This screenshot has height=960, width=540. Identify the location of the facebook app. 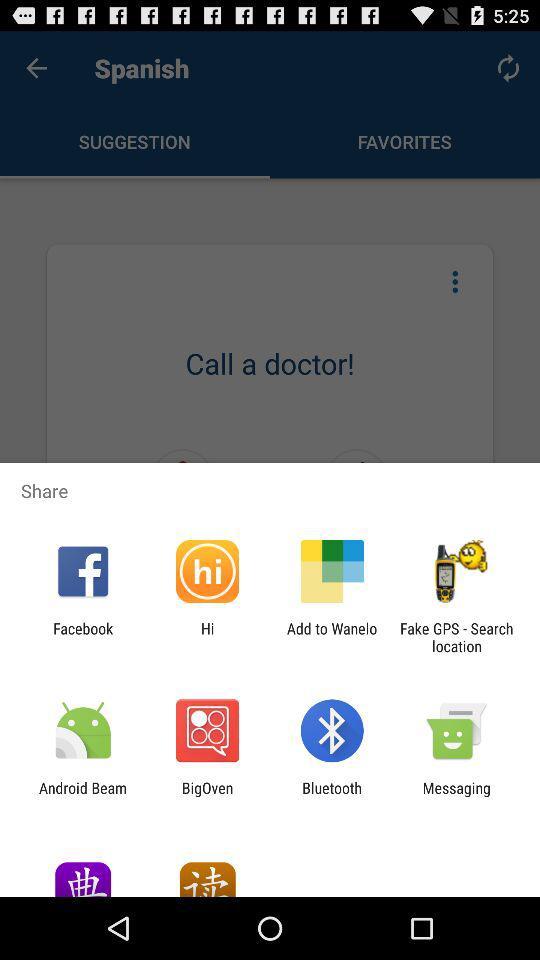
(82, 636).